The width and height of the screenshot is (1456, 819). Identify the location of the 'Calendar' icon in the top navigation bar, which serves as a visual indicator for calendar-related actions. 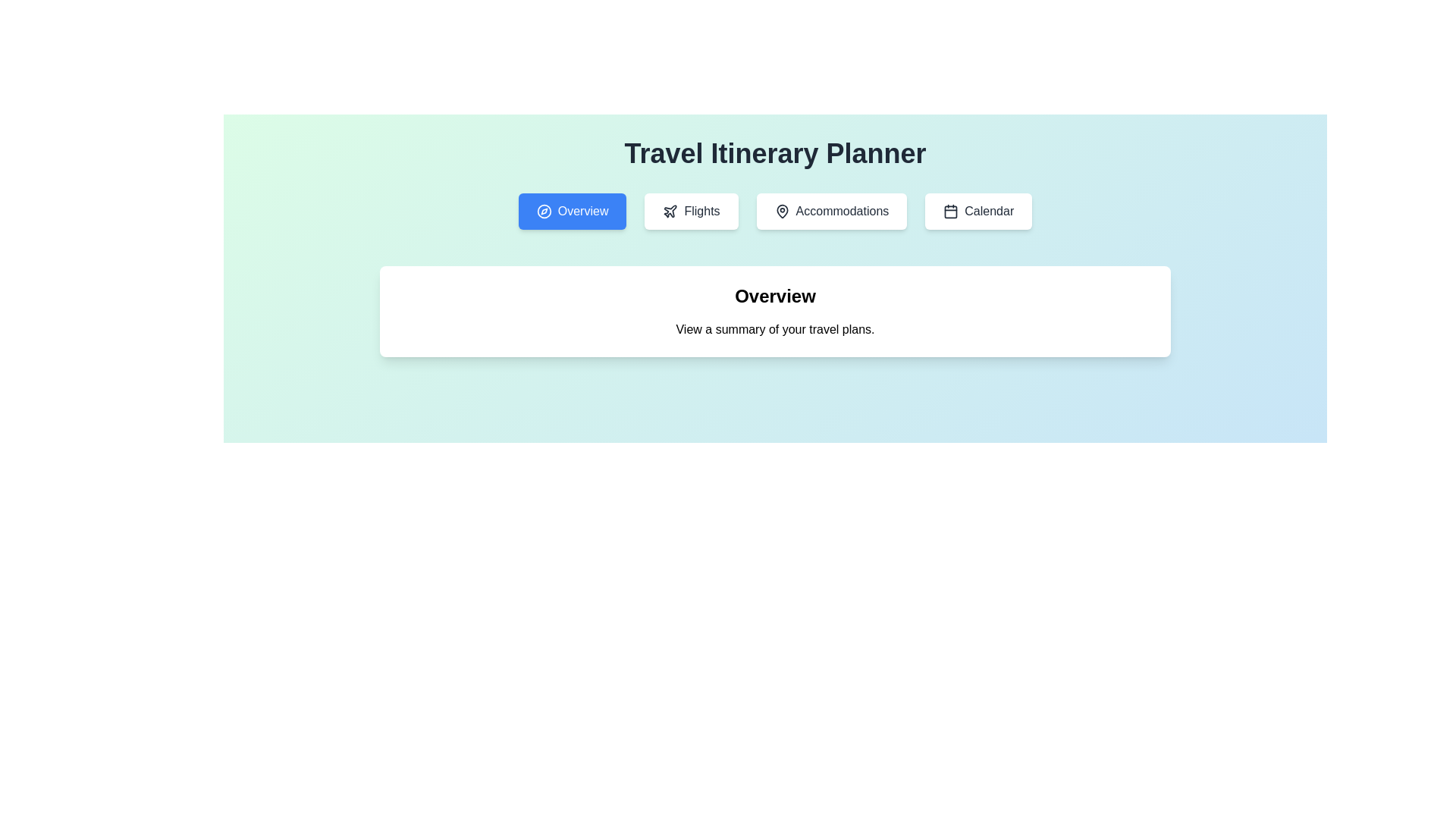
(950, 211).